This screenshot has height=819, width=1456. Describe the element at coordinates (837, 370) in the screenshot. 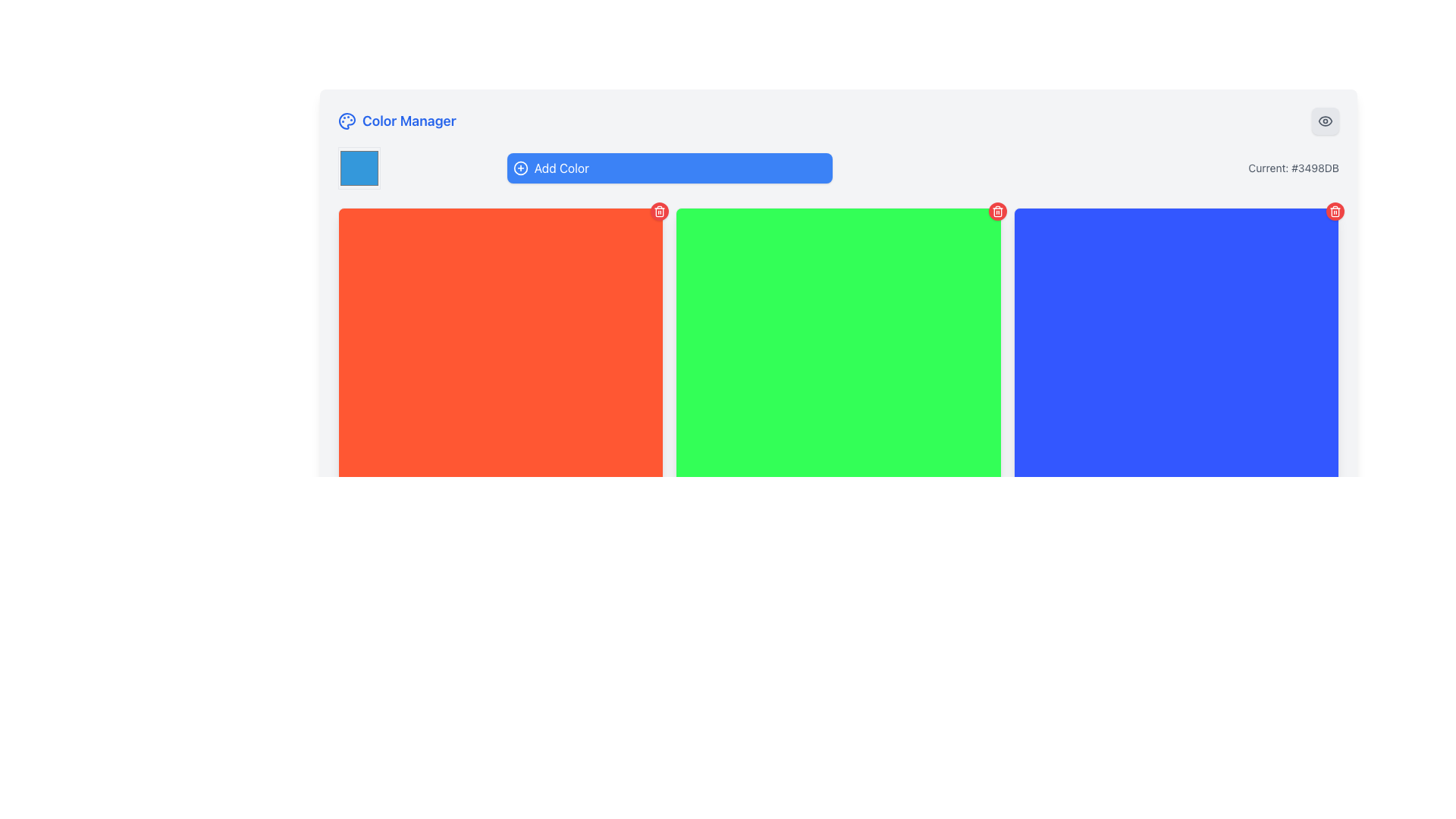

I see `the green square element with rounded corners located` at that location.